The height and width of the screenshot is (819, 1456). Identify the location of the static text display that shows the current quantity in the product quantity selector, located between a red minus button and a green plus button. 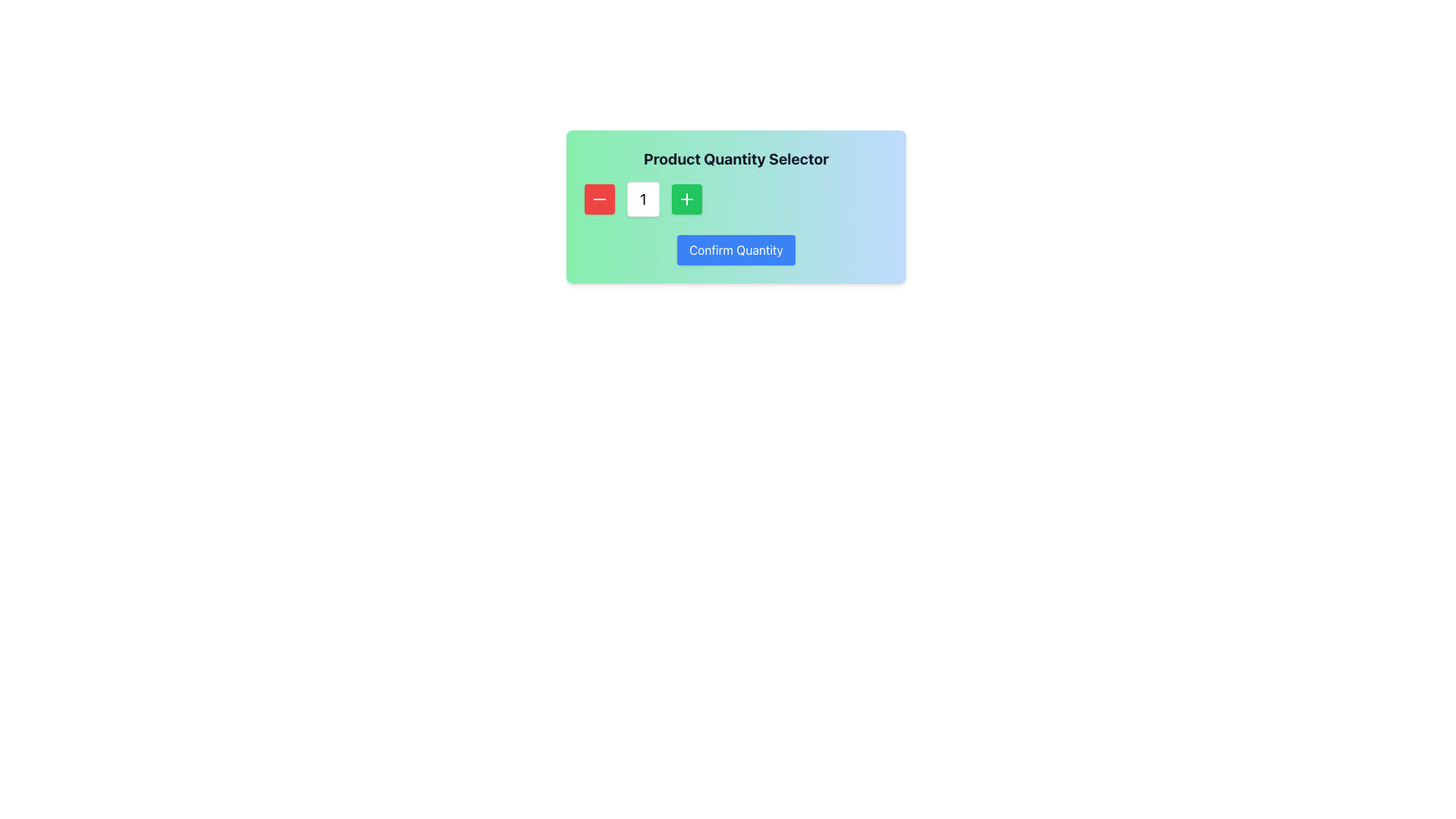
(643, 198).